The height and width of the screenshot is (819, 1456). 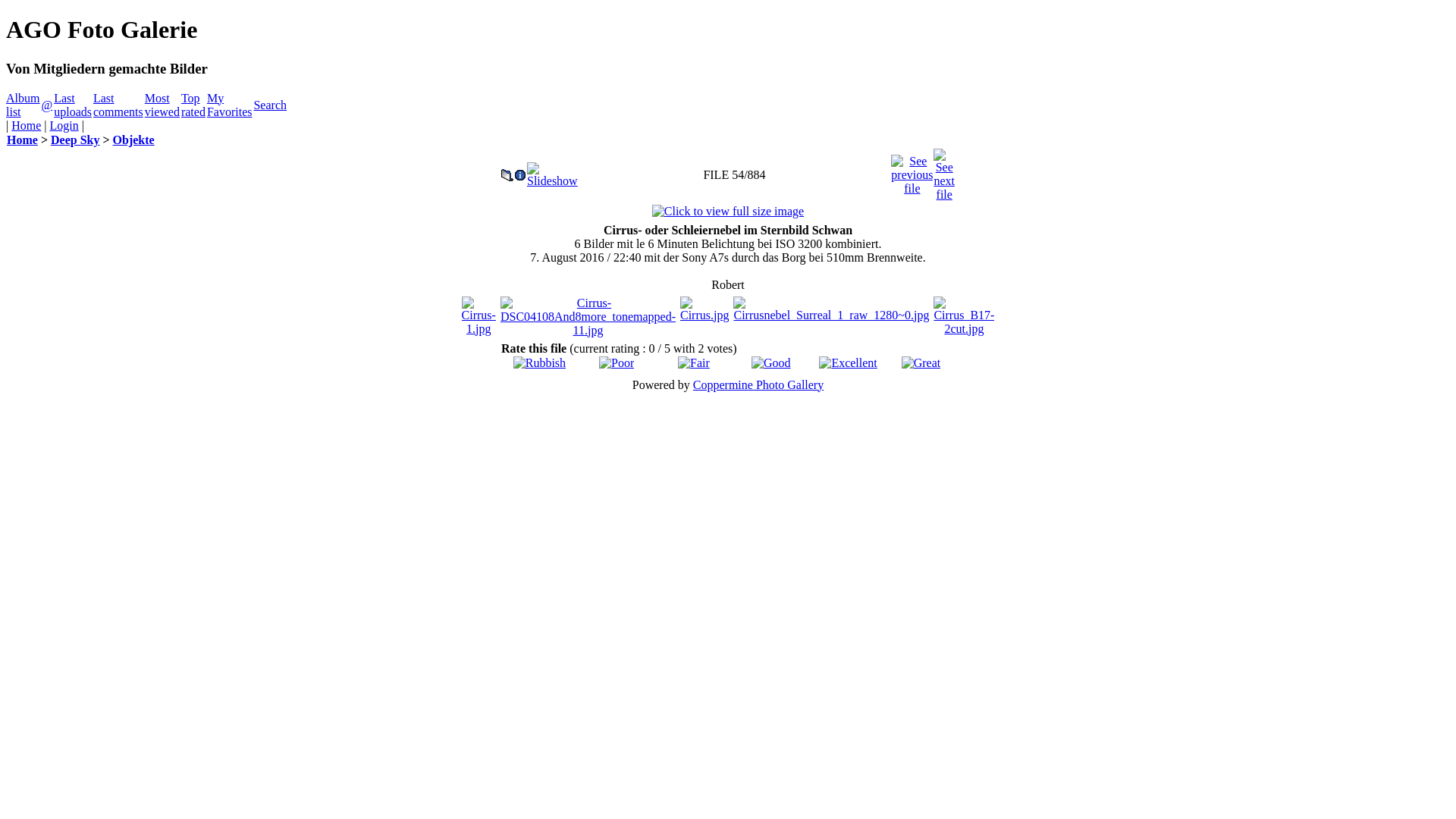 What do you see at coordinates (513, 362) in the screenshot?
I see `'Rubbish'` at bounding box center [513, 362].